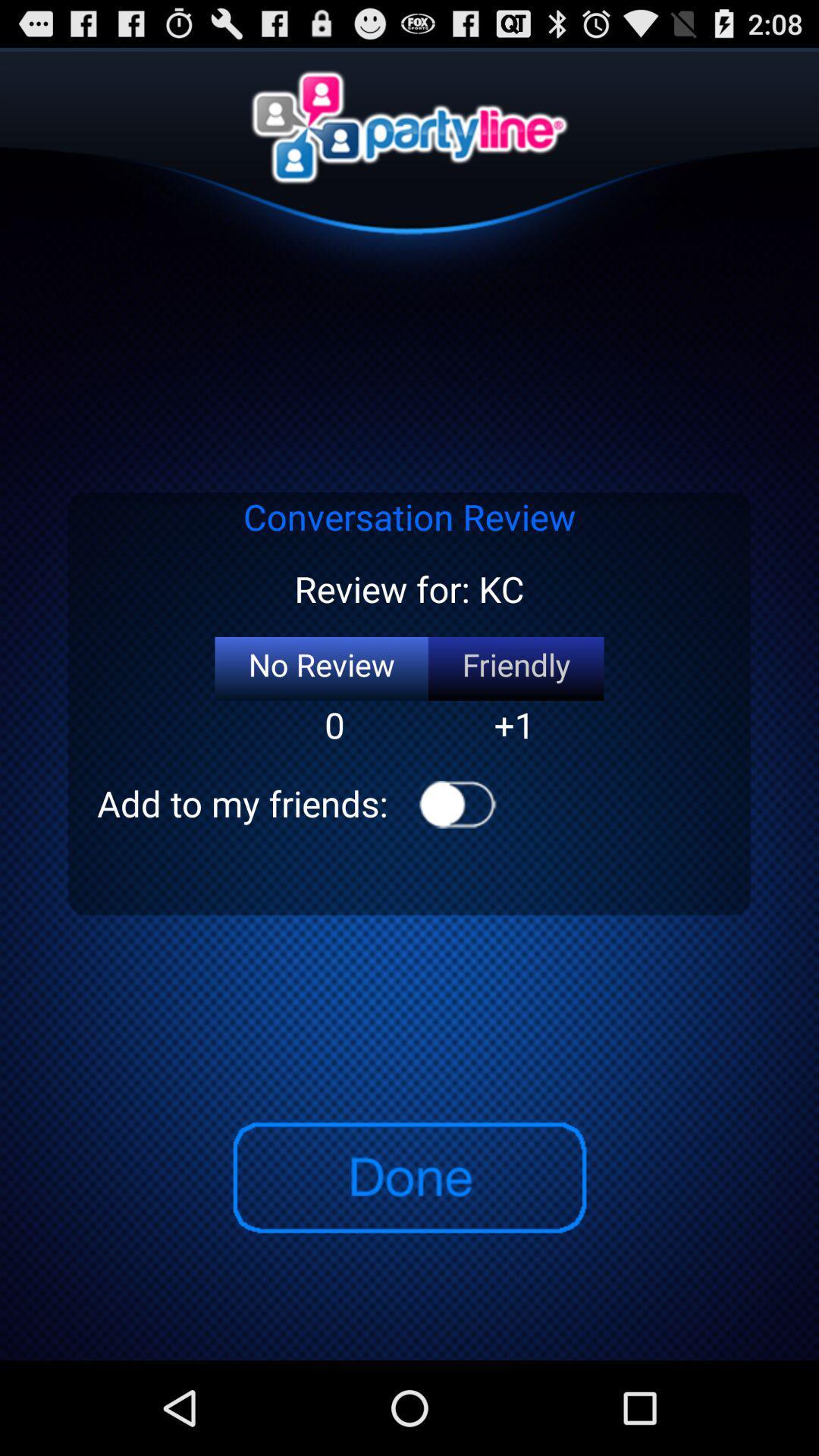 This screenshot has height=1456, width=819. What do you see at coordinates (515, 668) in the screenshot?
I see `the icon next to no review item` at bounding box center [515, 668].